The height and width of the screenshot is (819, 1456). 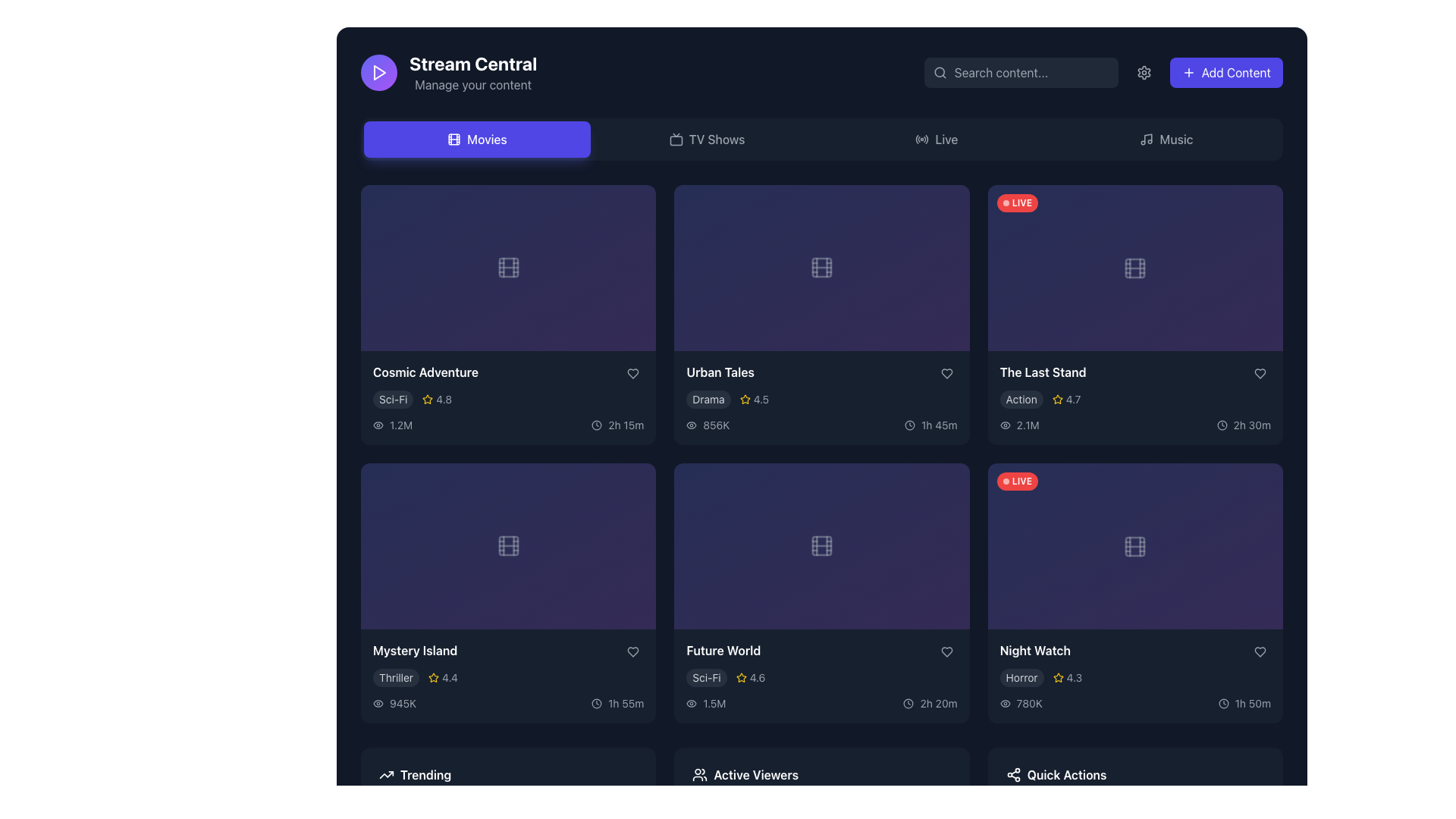 What do you see at coordinates (378, 702) in the screenshot?
I see `the eye icon representing the view count for the 'Mystery Island' content` at bounding box center [378, 702].